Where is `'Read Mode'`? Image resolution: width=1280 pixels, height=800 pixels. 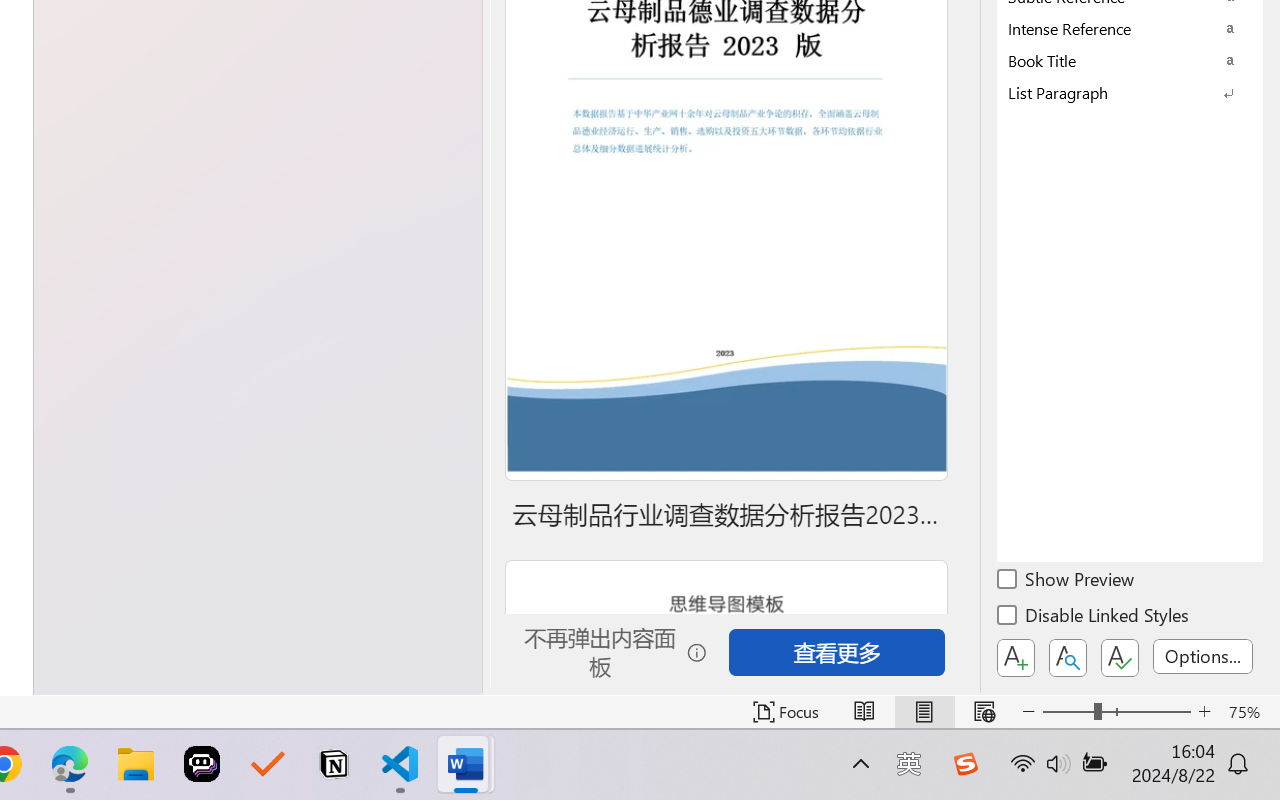
'Read Mode' is located at coordinates (864, 711).